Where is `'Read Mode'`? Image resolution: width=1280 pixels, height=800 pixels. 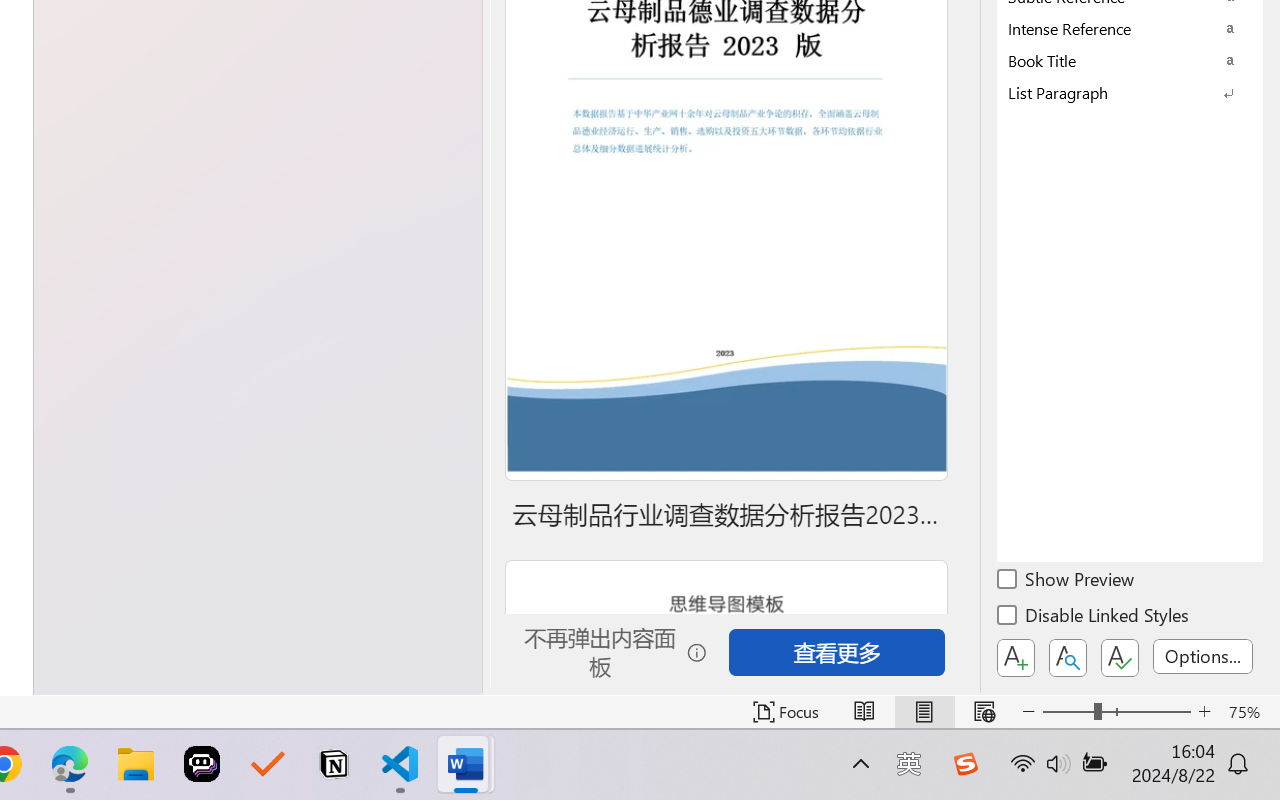
'Read Mode' is located at coordinates (864, 711).